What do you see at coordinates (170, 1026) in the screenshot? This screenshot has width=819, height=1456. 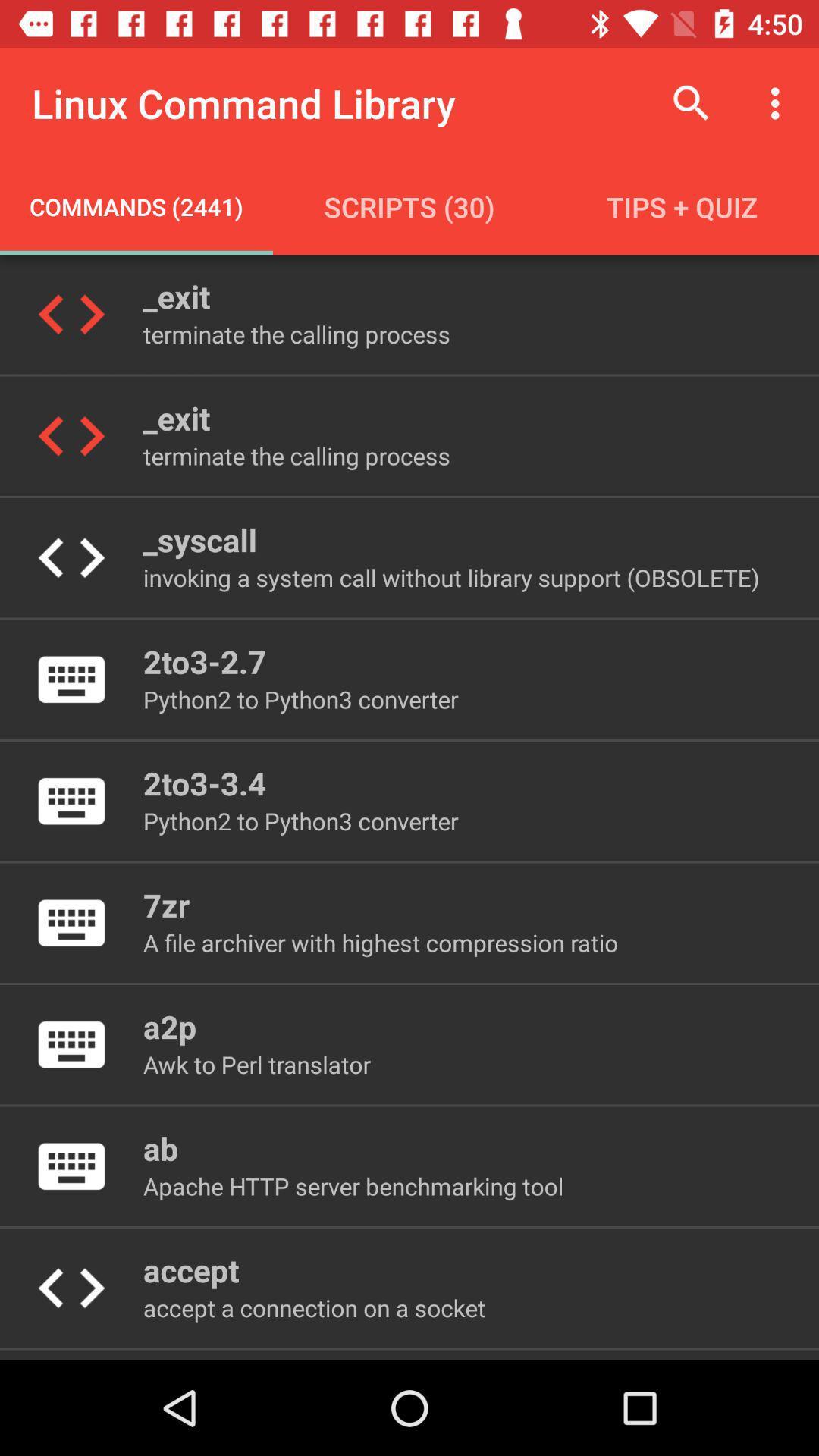 I see `item below a file archiver item` at bounding box center [170, 1026].